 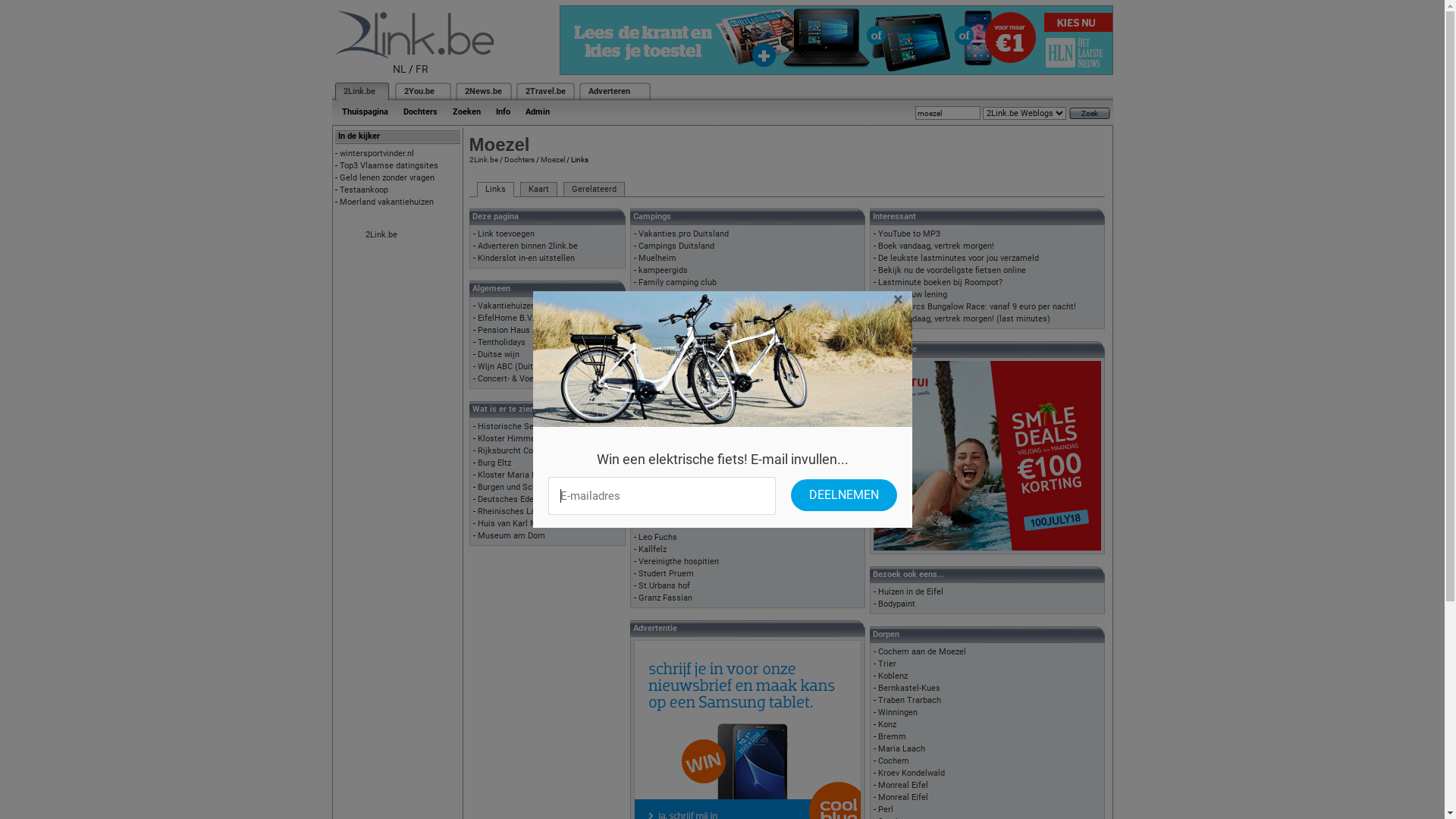 What do you see at coordinates (921, 651) in the screenshot?
I see `'Cochem aan de Moezel'` at bounding box center [921, 651].